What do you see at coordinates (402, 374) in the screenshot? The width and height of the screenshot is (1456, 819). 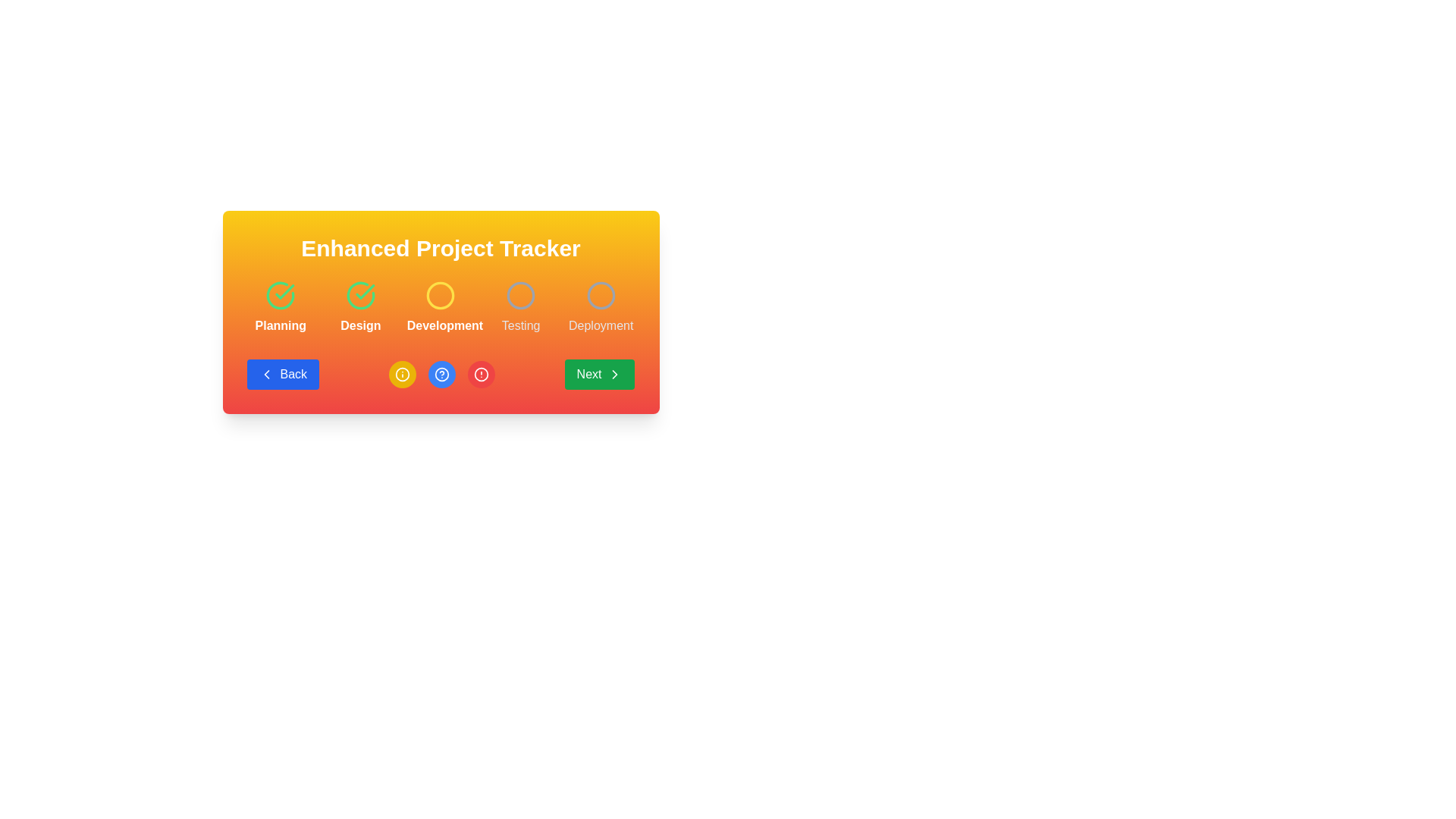 I see `the yellow circular button with a white center and an information icon located at the bottom of the card` at bounding box center [402, 374].